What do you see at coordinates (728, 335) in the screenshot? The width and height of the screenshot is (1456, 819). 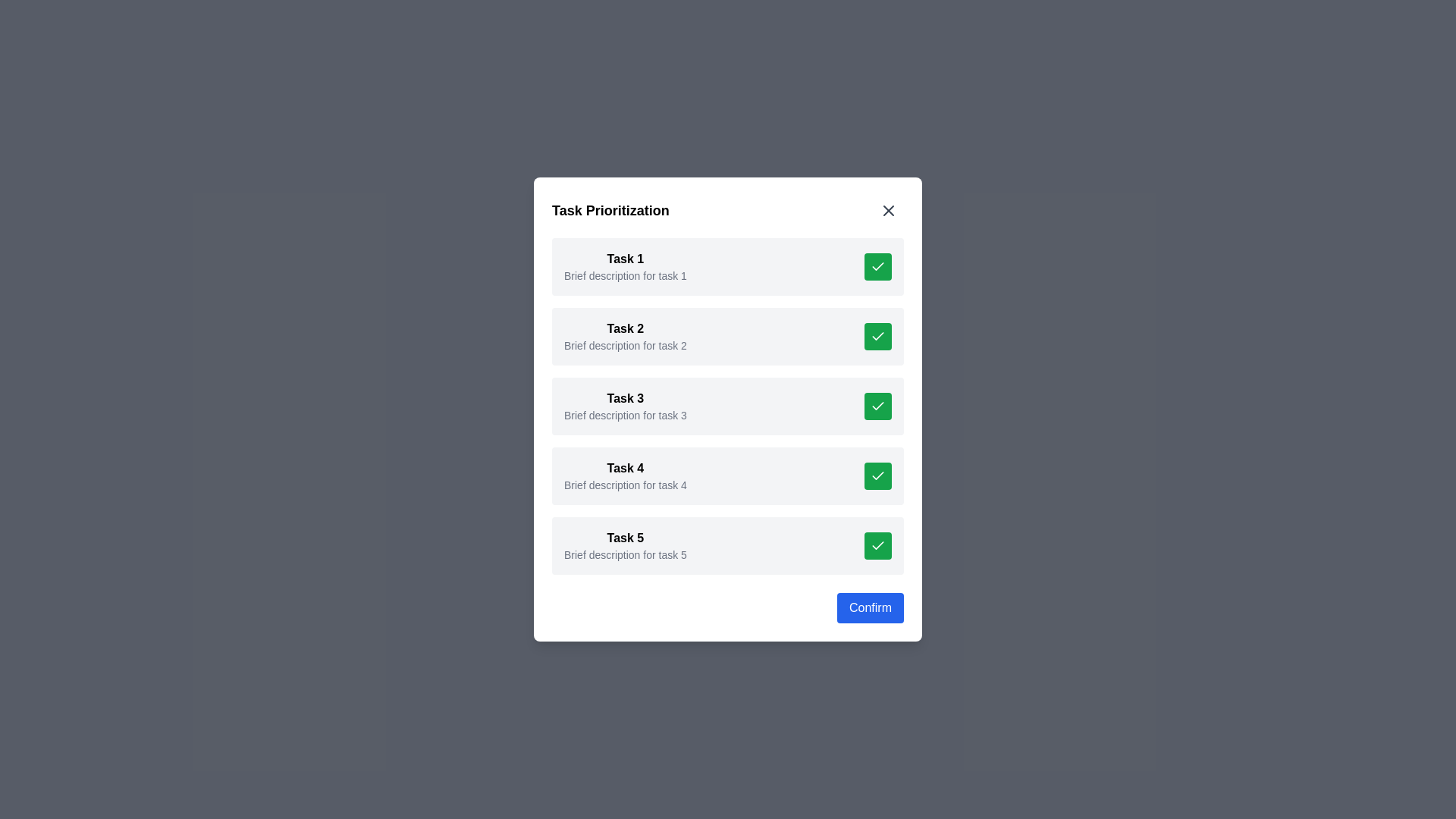 I see `the green button with a white checkmark in the task entry labeled 'Task 2', which contains a bold title and a smaller description` at bounding box center [728, 335].